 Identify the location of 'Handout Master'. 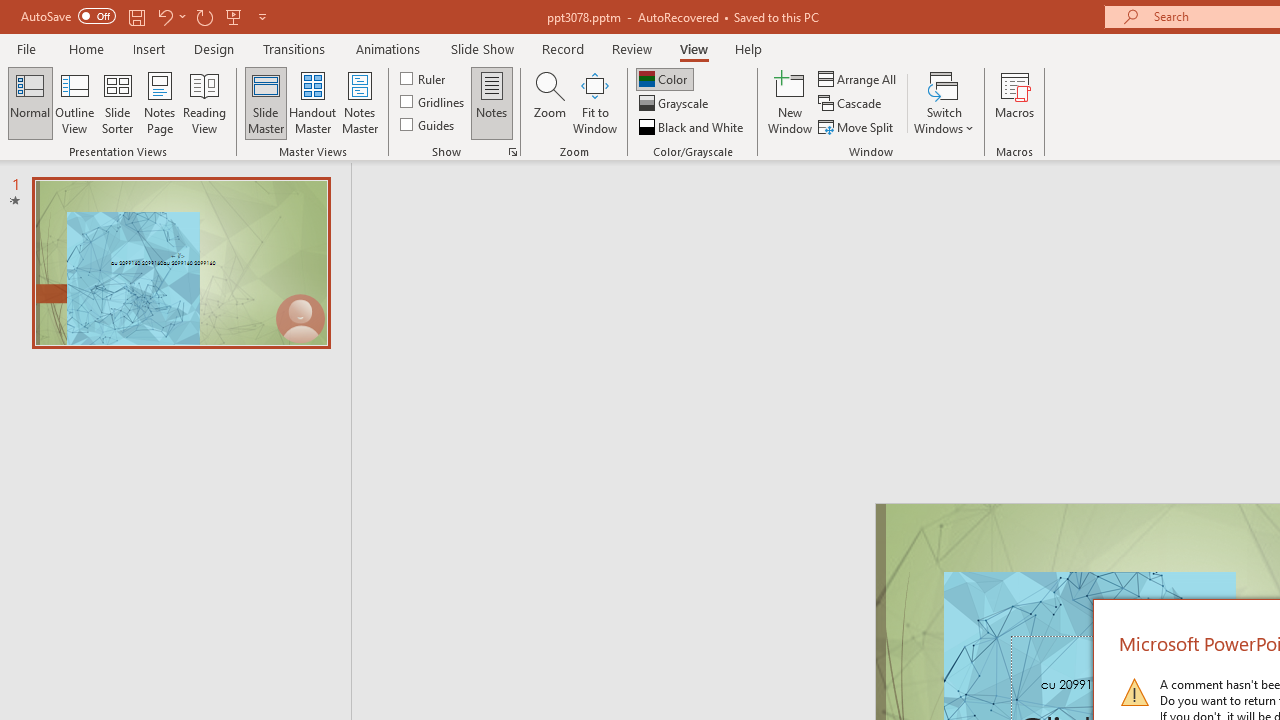
(311, 103).